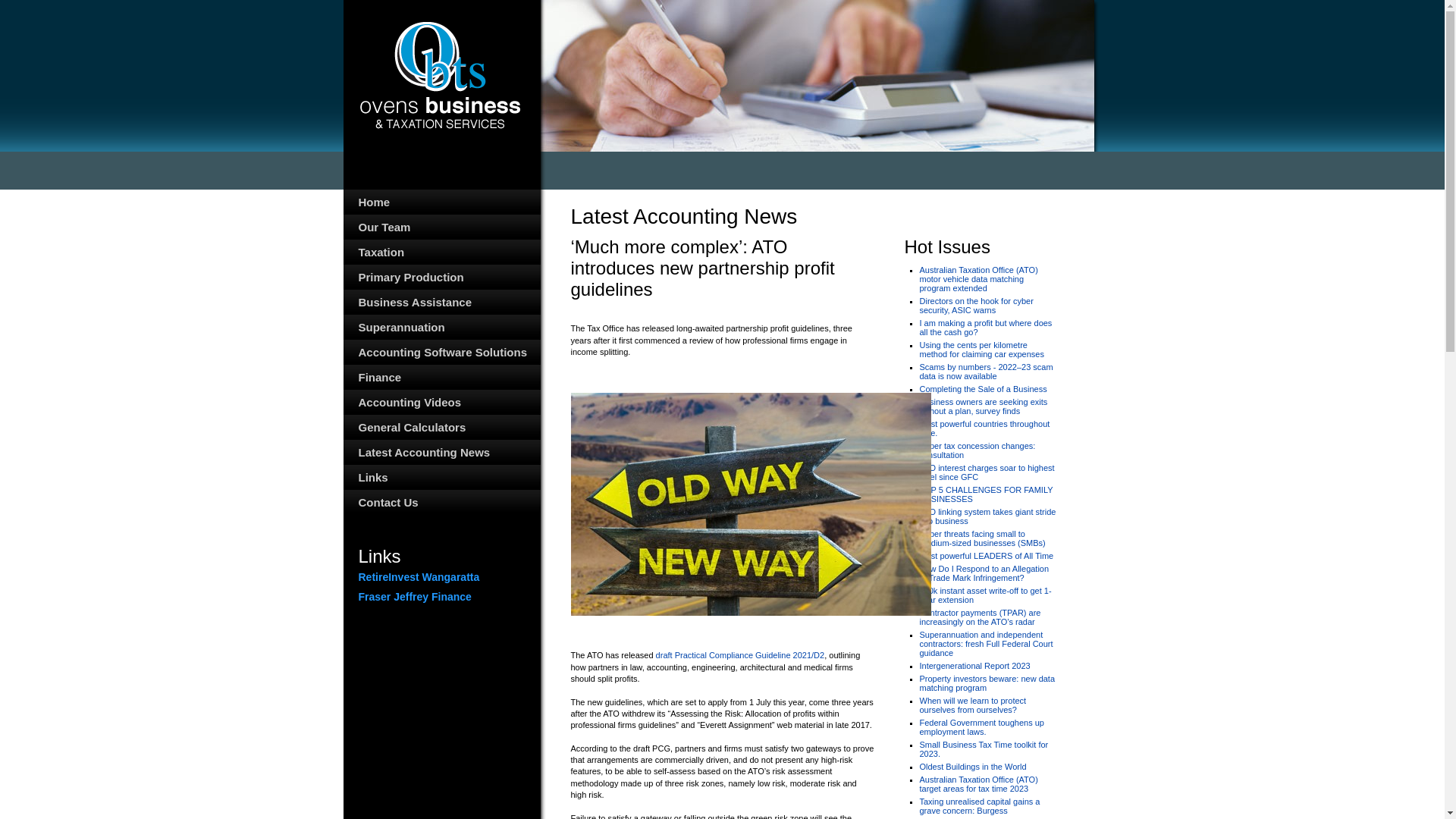 The width and height of the screenshot is (1456, 819). What do you see at coordinates (986, 555) in the screenshot?
I see `'Most powerful LEADERS of All Time'` at bounding box center [986, 555].